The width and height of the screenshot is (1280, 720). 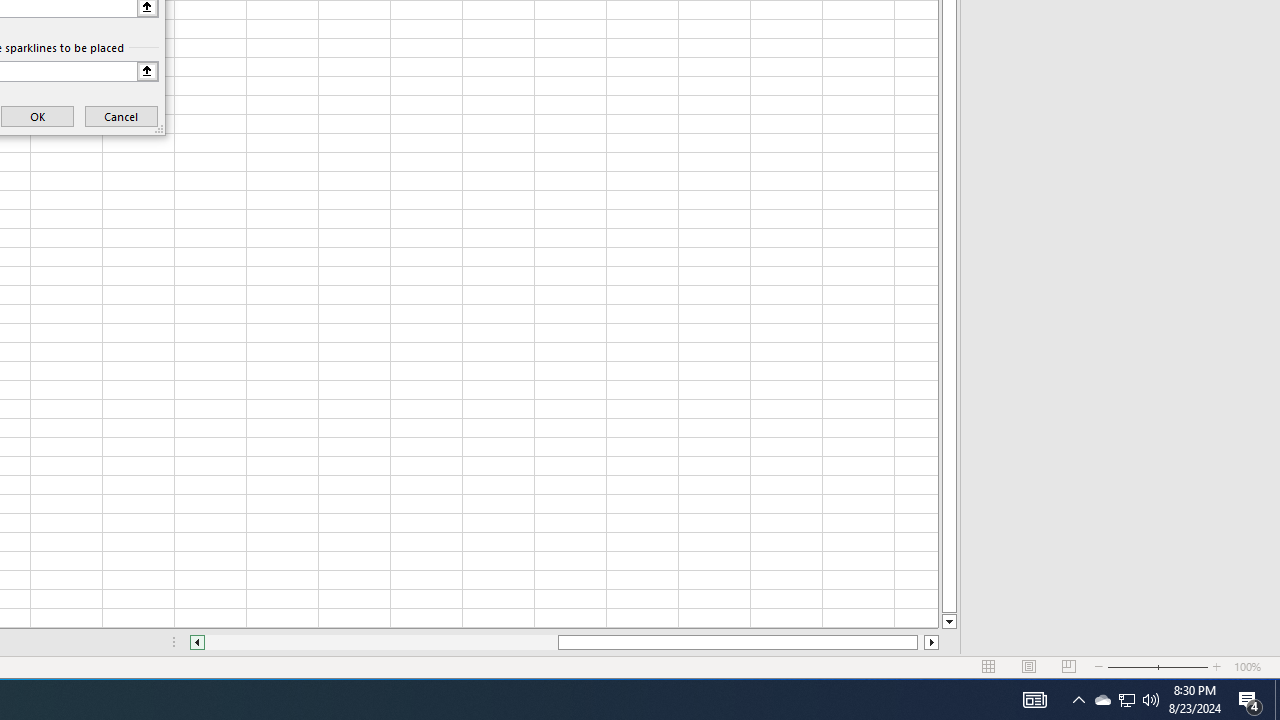 What do you see at coordinates (1132, 667) in the screenshot?
I see `'Zoom Out'` at bounding box center [1132, 667].